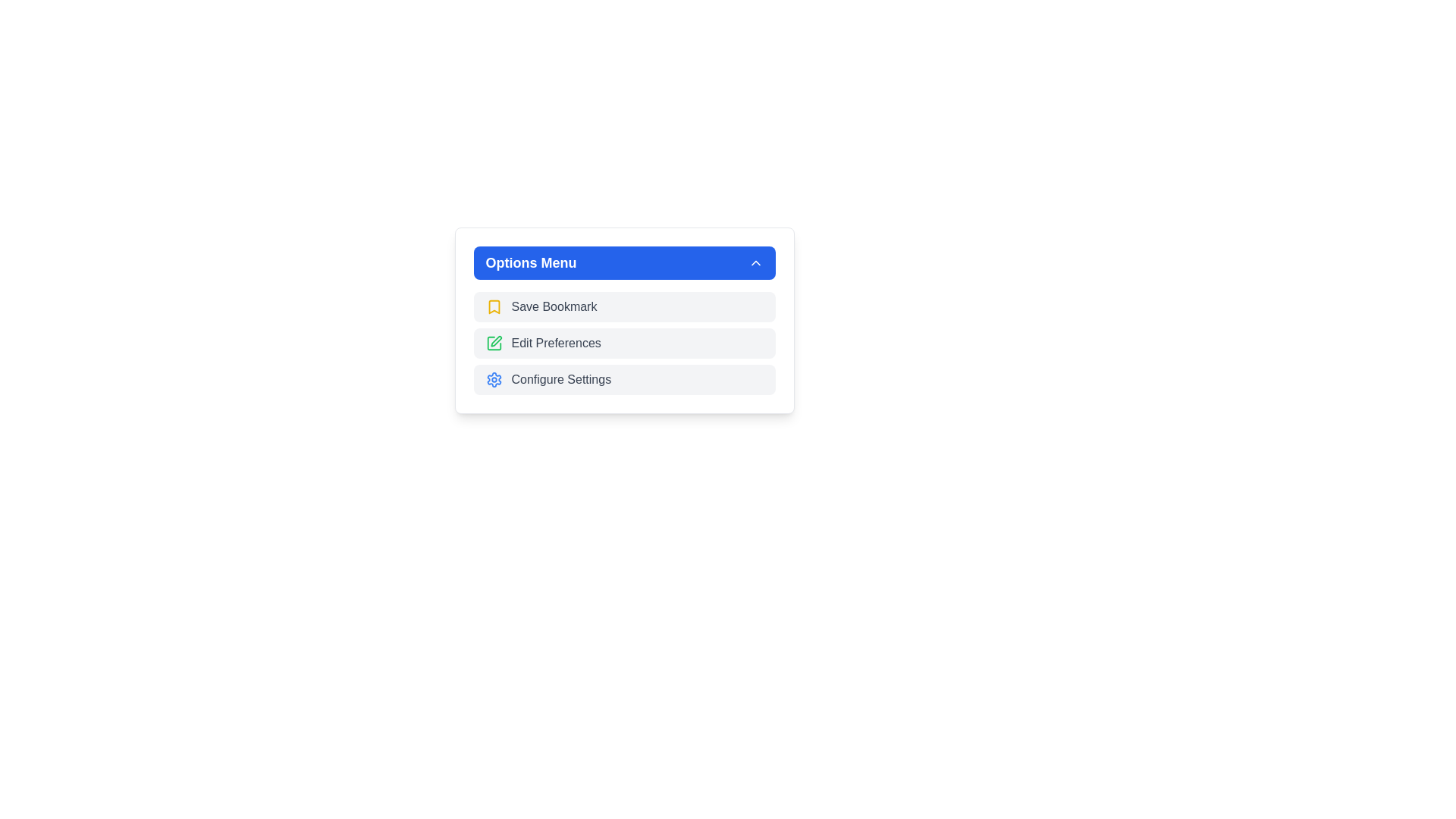 The width and height of the screenshot is (1456, 819). Describe the element at coordinates (624, 343) in the screenshot. I see `the 'Edit Preferences' button, which is the second menu item in the 'Options Menu'` at that location.